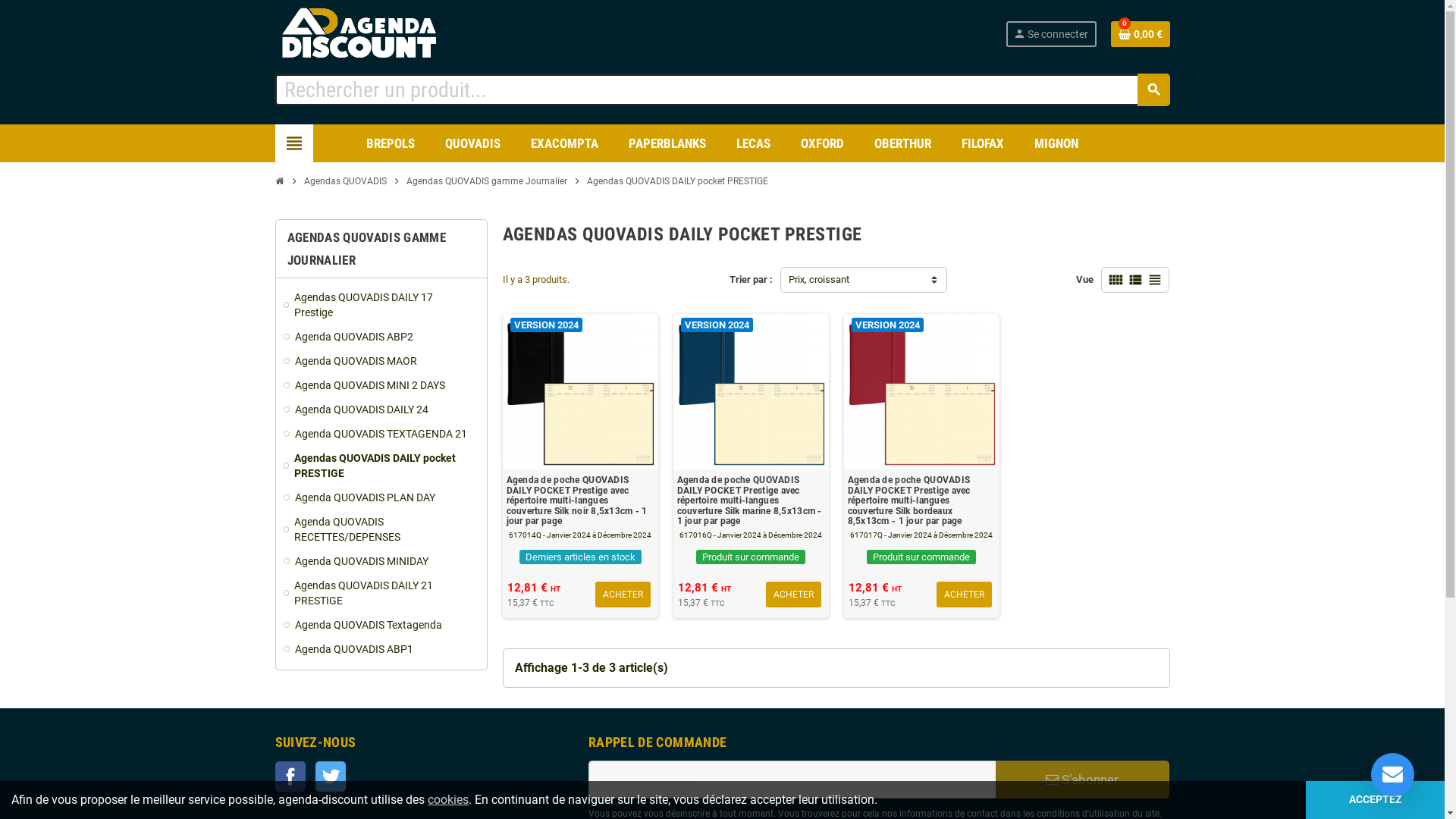 The width and height of the screenshot is (1456, 819). Describe the element at coordinates (381, 409) in the screenshot. I see `'Agenda QUOVADIS DAILY 24'` at that location.